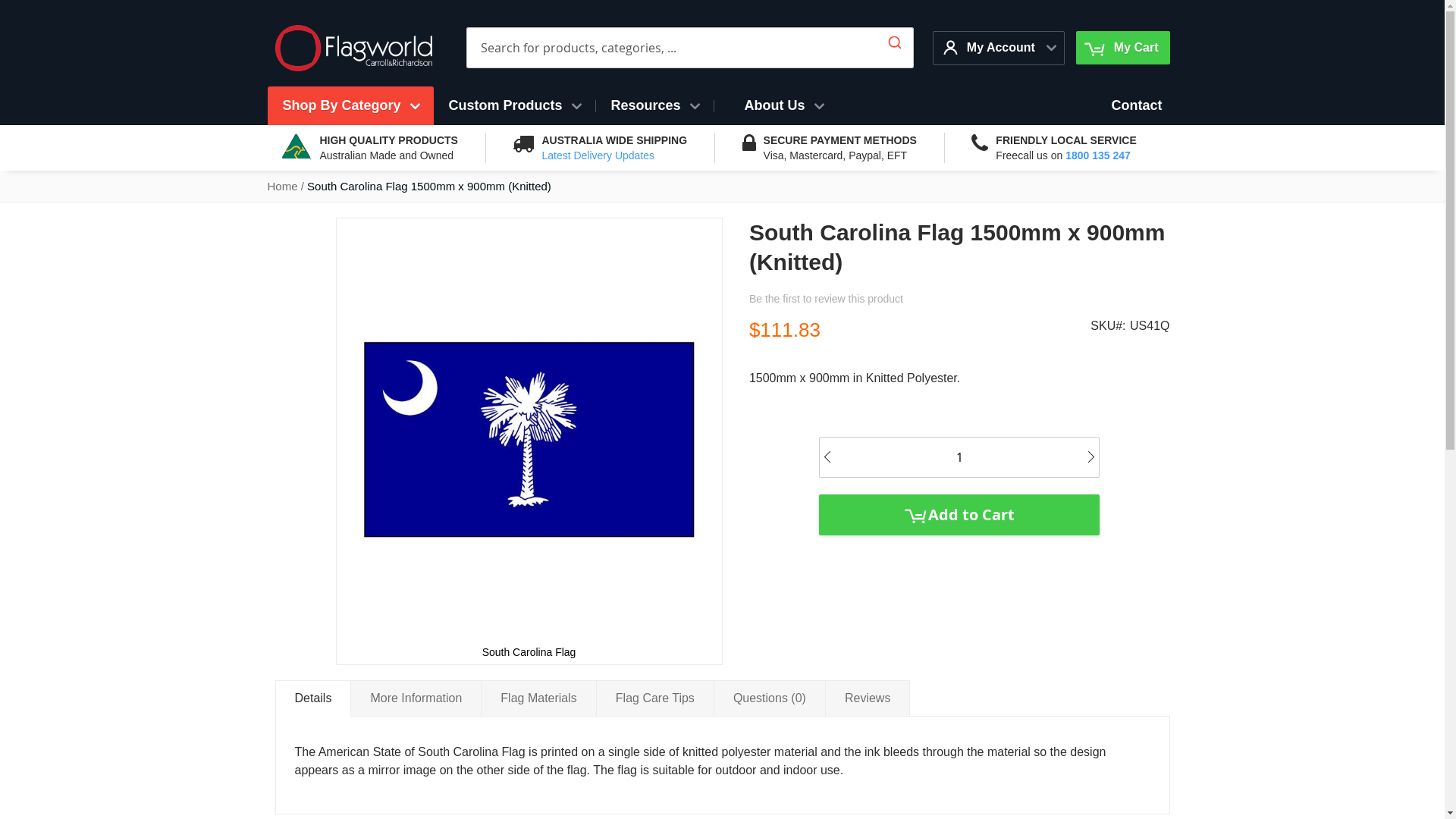  What do you see at coordinates (783, 105) in the screenshot?
I see `'About Us'` at bounding box center [783, 105].